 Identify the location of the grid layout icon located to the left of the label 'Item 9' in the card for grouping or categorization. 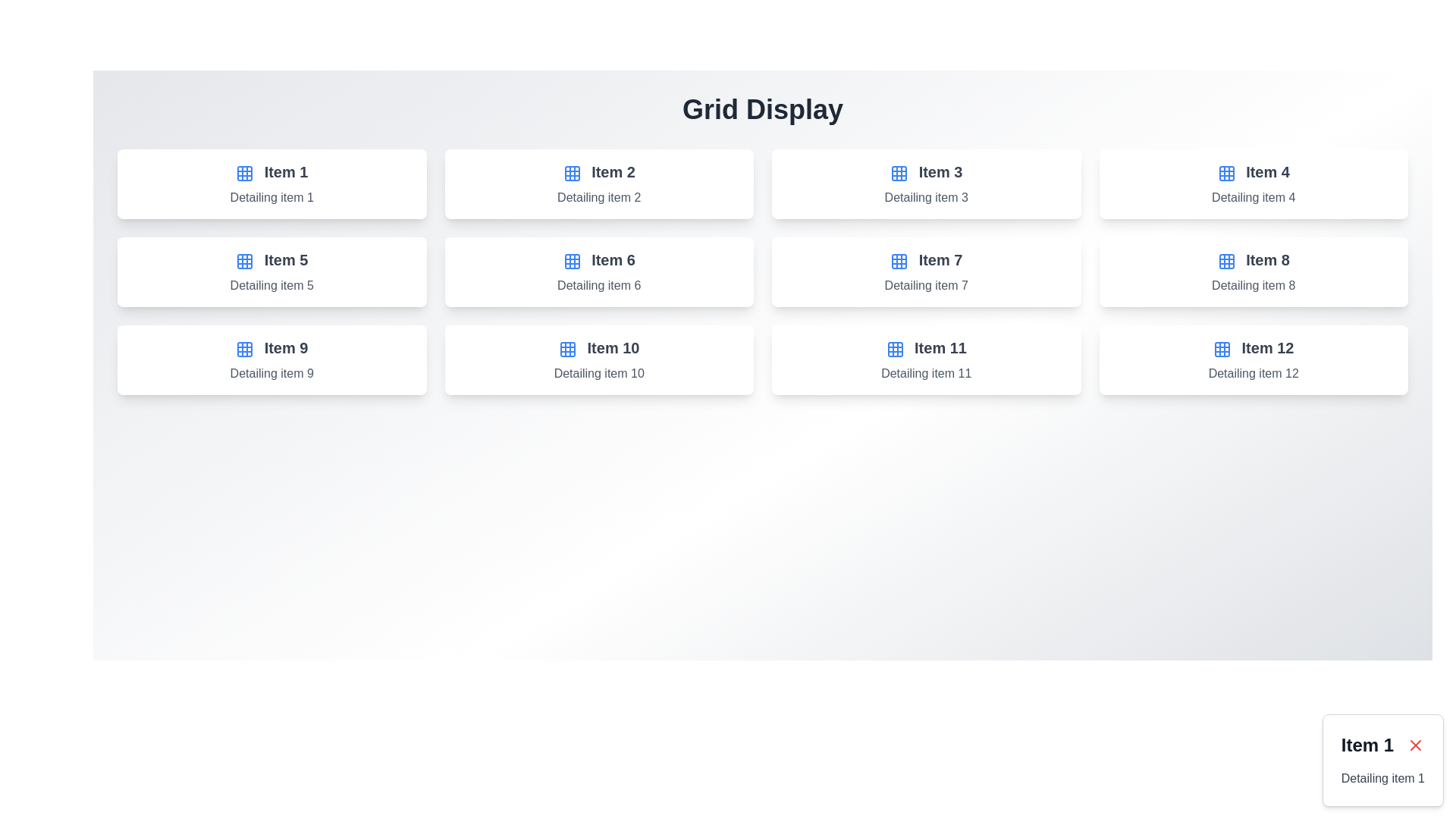
(245, 349).